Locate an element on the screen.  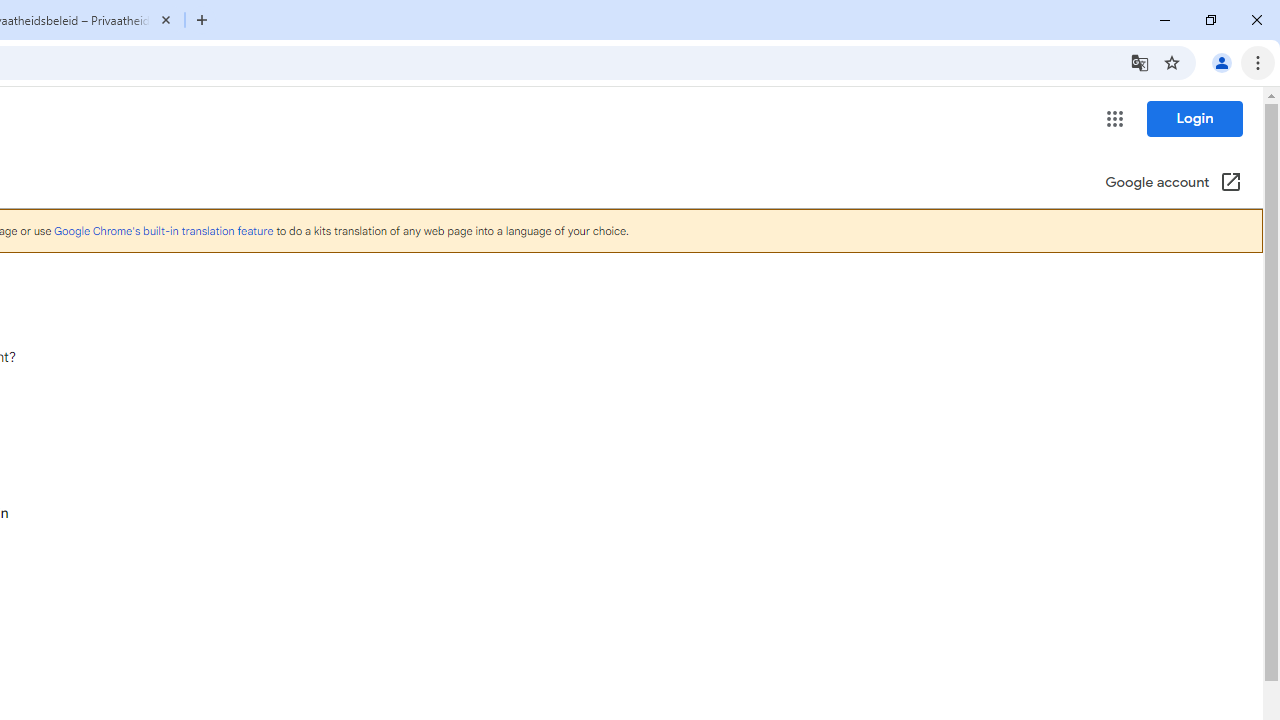
'Google Chrome' is located at coordinates (163, 230).